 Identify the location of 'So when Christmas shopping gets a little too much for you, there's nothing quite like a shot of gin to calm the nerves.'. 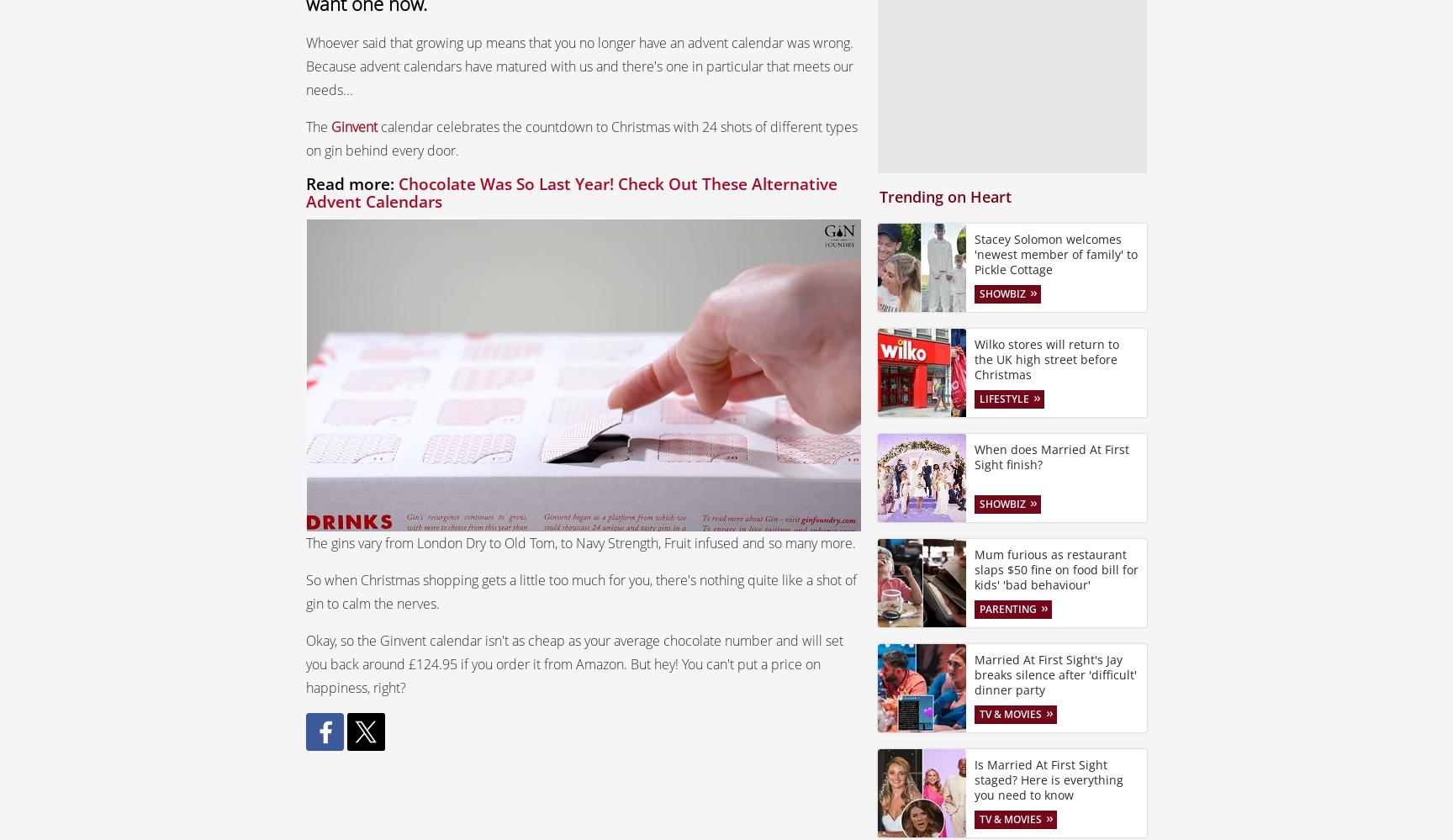
(581, 591).